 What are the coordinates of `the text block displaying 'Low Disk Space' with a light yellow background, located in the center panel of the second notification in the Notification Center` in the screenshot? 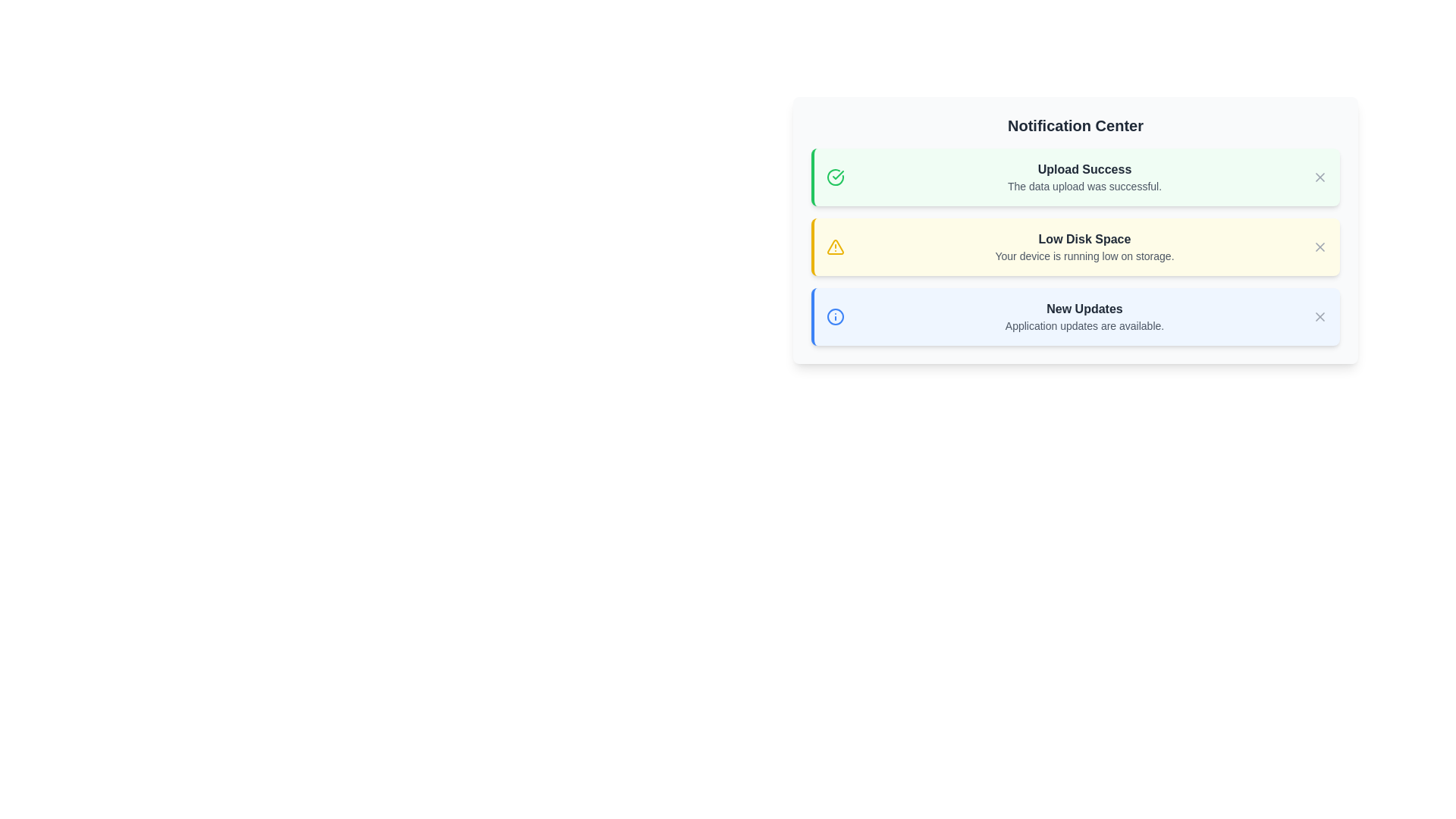 It's located at (1084, 246).